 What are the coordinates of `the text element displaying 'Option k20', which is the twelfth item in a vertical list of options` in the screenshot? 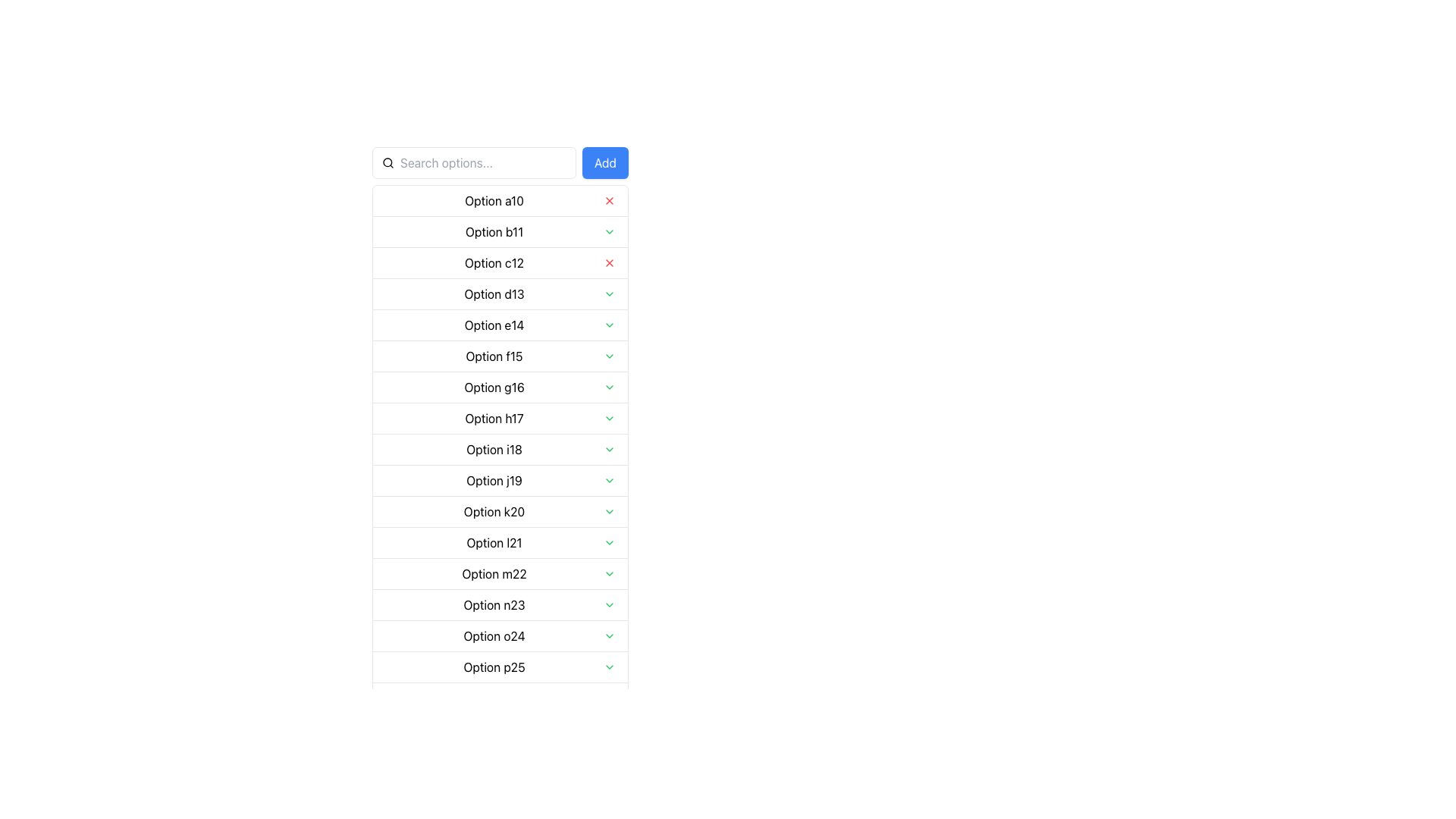 It's located at (494, 512).